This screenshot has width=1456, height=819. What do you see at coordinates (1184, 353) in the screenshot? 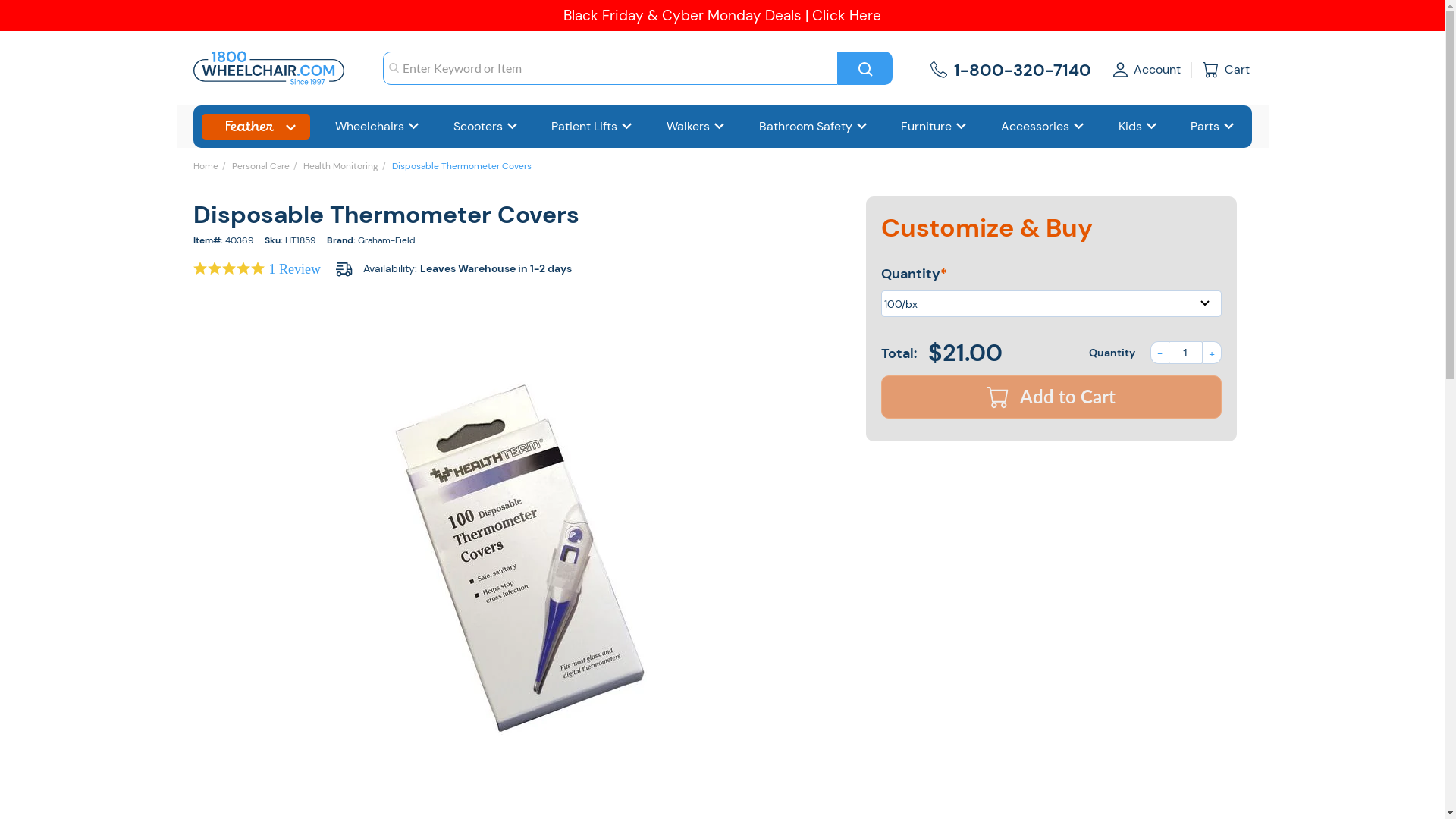
I see `'Qty'` at bounding box center [1184, 353].